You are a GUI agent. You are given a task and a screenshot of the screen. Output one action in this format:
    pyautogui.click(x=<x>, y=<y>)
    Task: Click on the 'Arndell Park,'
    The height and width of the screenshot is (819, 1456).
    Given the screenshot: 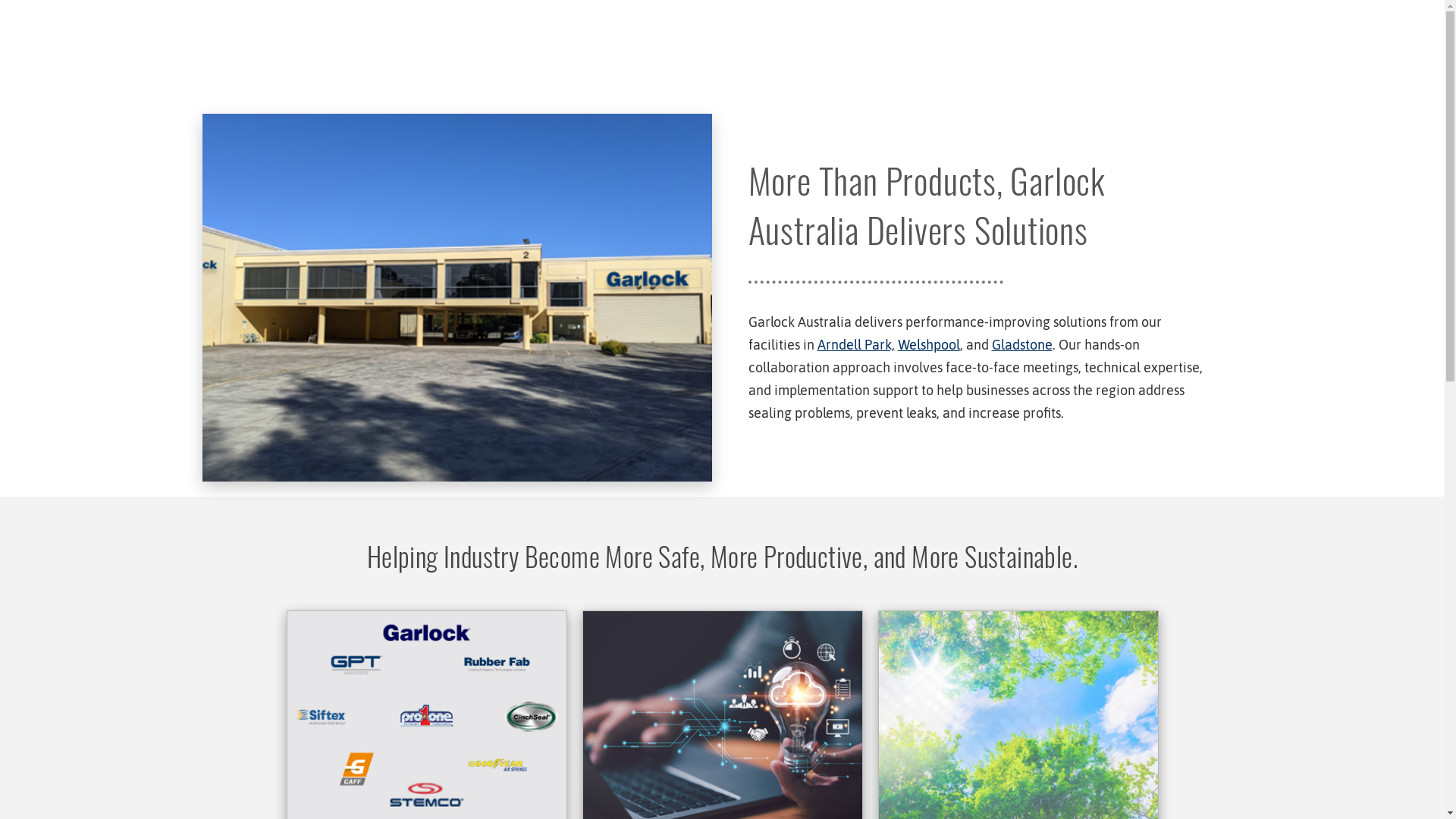 What is the action you would take?
    pyautogui.click(x=855, y=344)
    